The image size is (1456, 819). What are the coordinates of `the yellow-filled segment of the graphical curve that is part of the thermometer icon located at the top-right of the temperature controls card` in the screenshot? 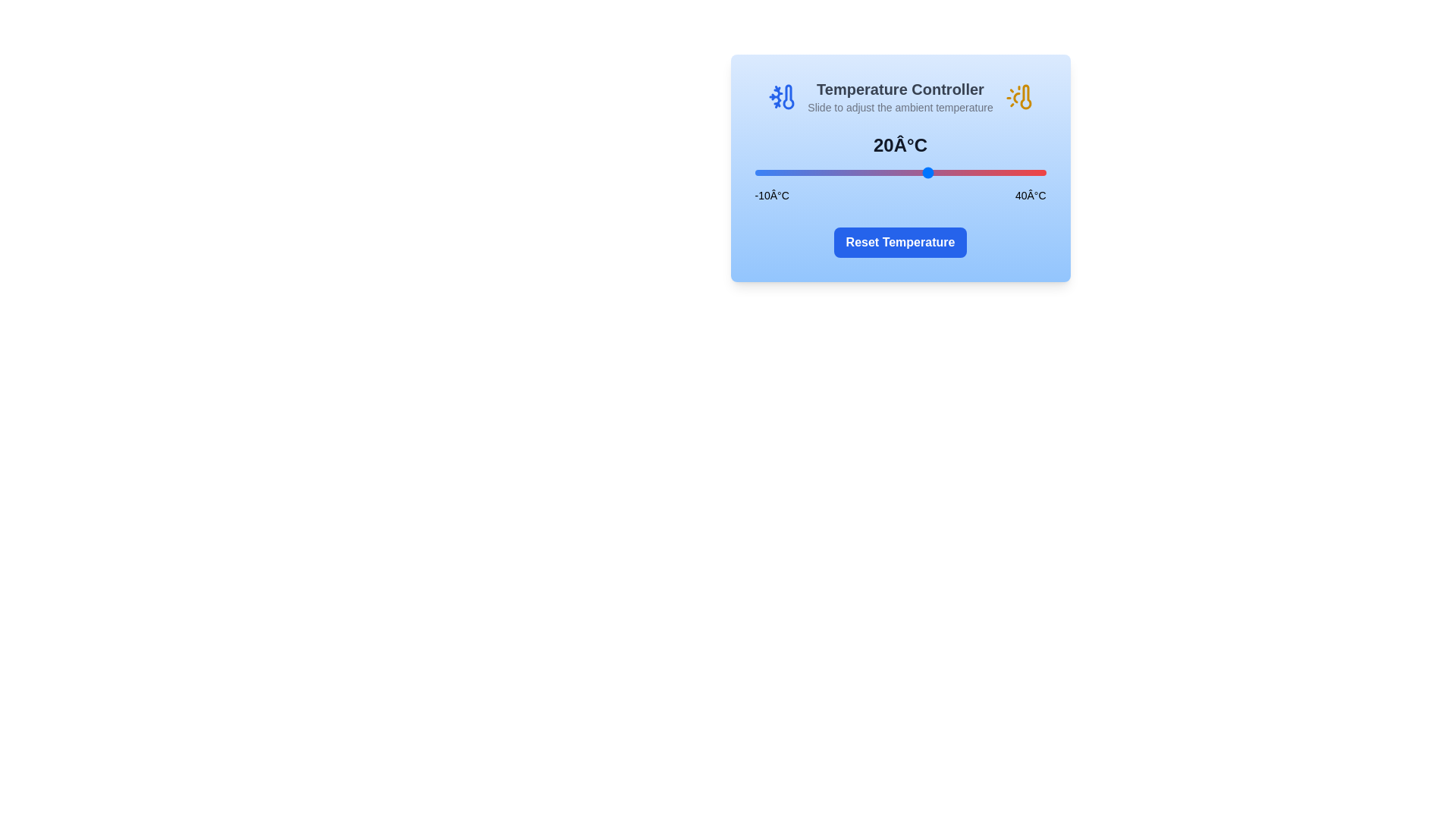 It's located at (1016, 98).